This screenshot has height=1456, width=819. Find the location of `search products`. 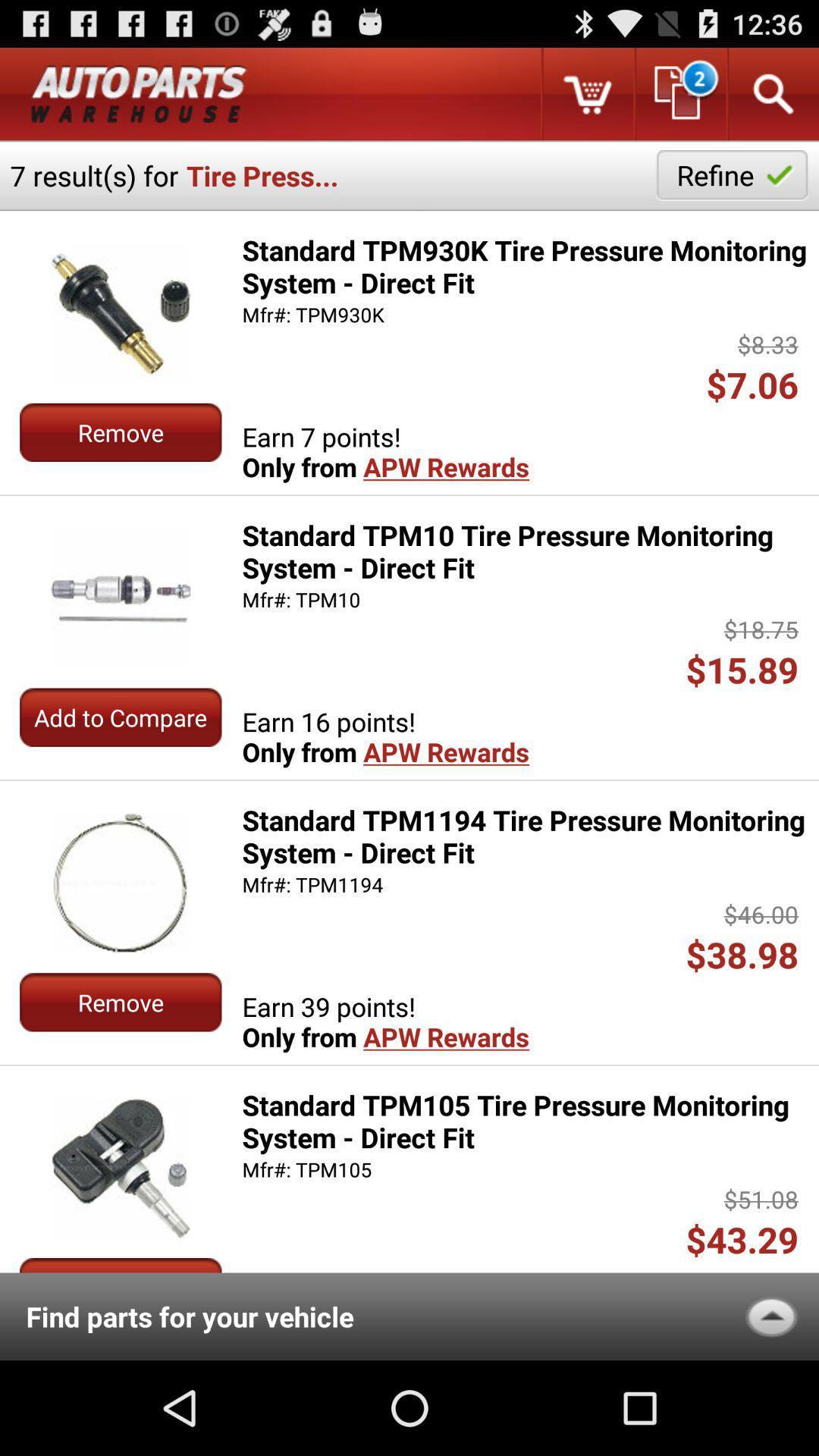

search products is located at coordinates (772, 93).